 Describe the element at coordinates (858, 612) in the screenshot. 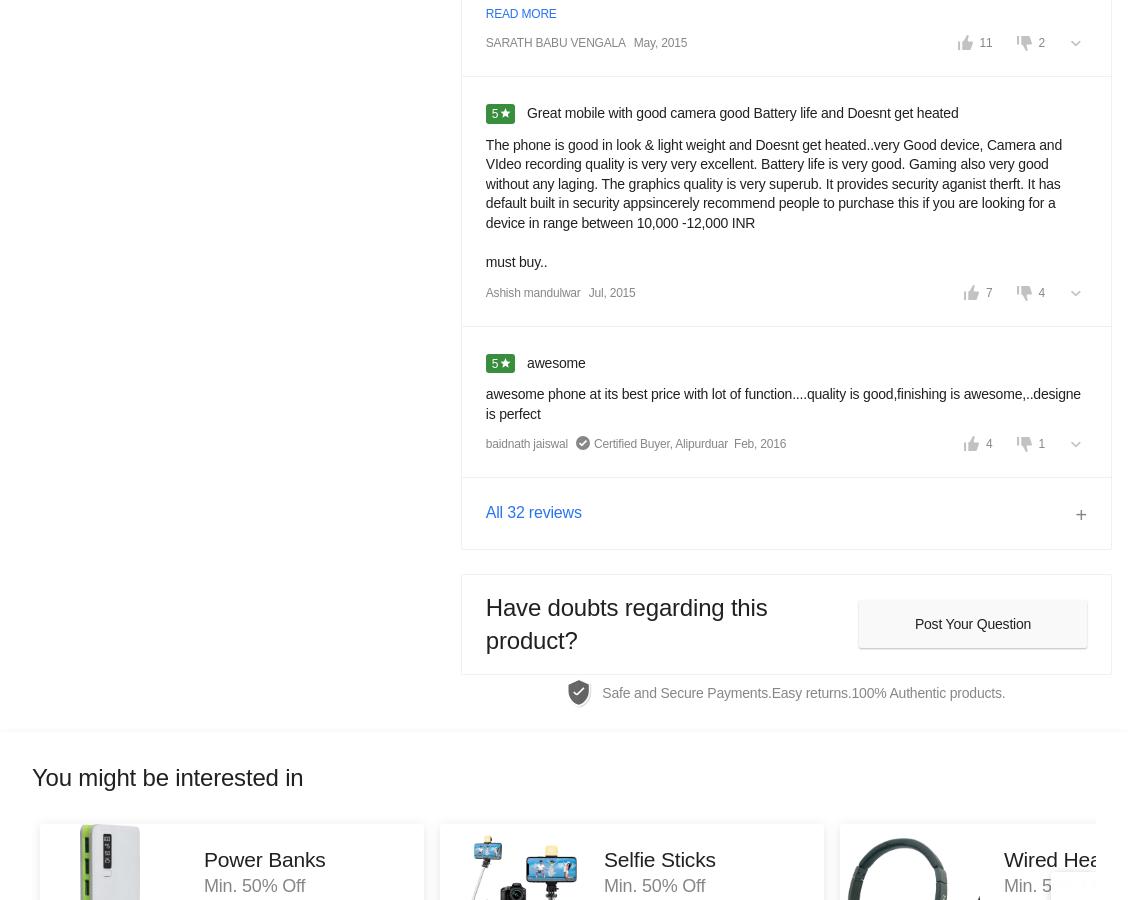

I see `'BSI II Sensor, Flash Support, Auto Focus, Scene Detection and Tuning, High Dynamic Range, Low Light Enhancement, Face Recognition, Vertical and Horizontal Panorama Capture, Geo-tagging'` at that location.